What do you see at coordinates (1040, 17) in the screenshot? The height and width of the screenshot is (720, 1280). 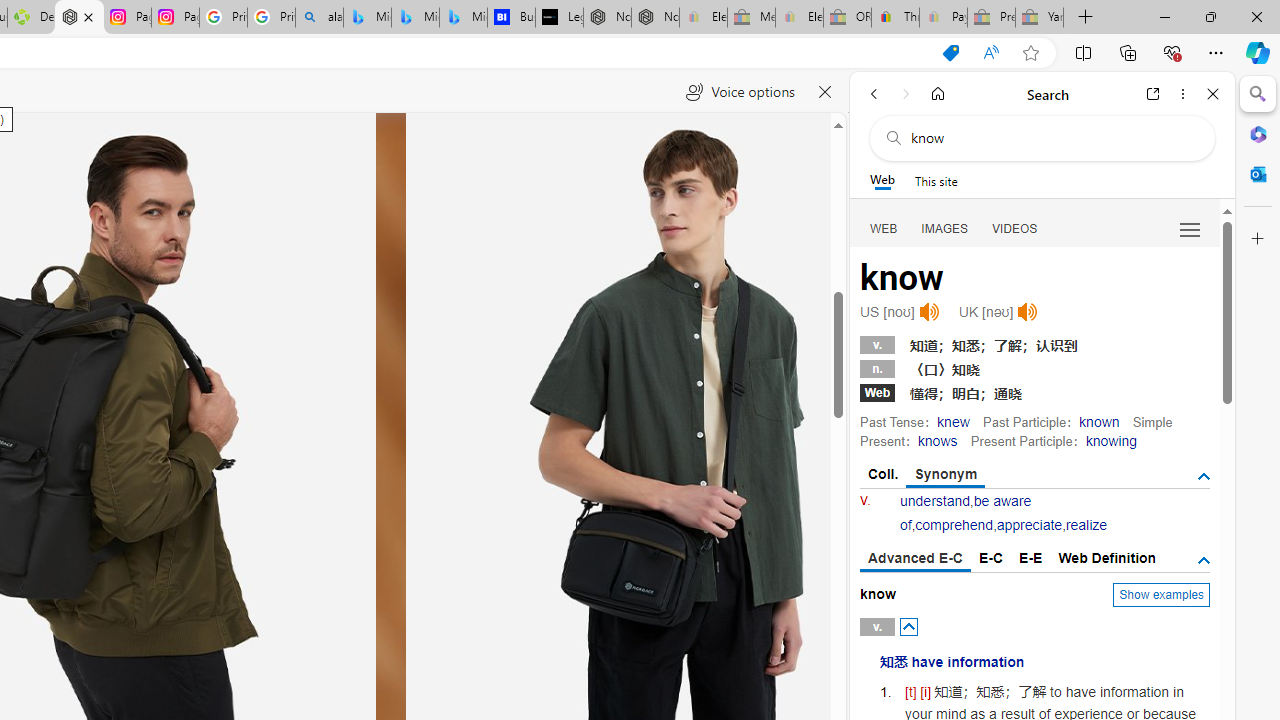 I see `'Yard, Garden & Outdoor Living - Sleeping'` at bounding box center [1040, 17].